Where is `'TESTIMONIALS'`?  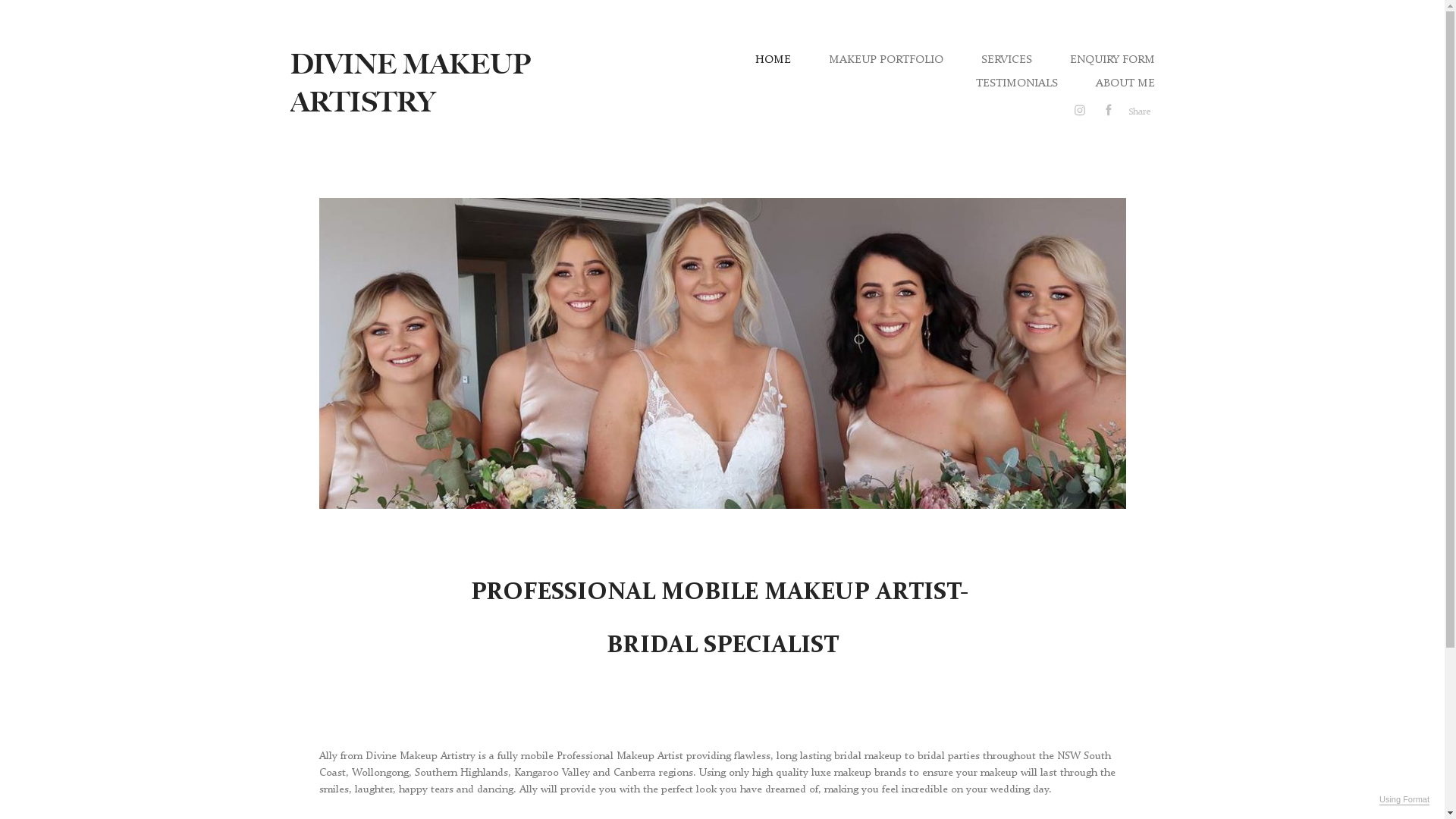
'TESTIMONIALS' is located at coordinates (1015, 82).